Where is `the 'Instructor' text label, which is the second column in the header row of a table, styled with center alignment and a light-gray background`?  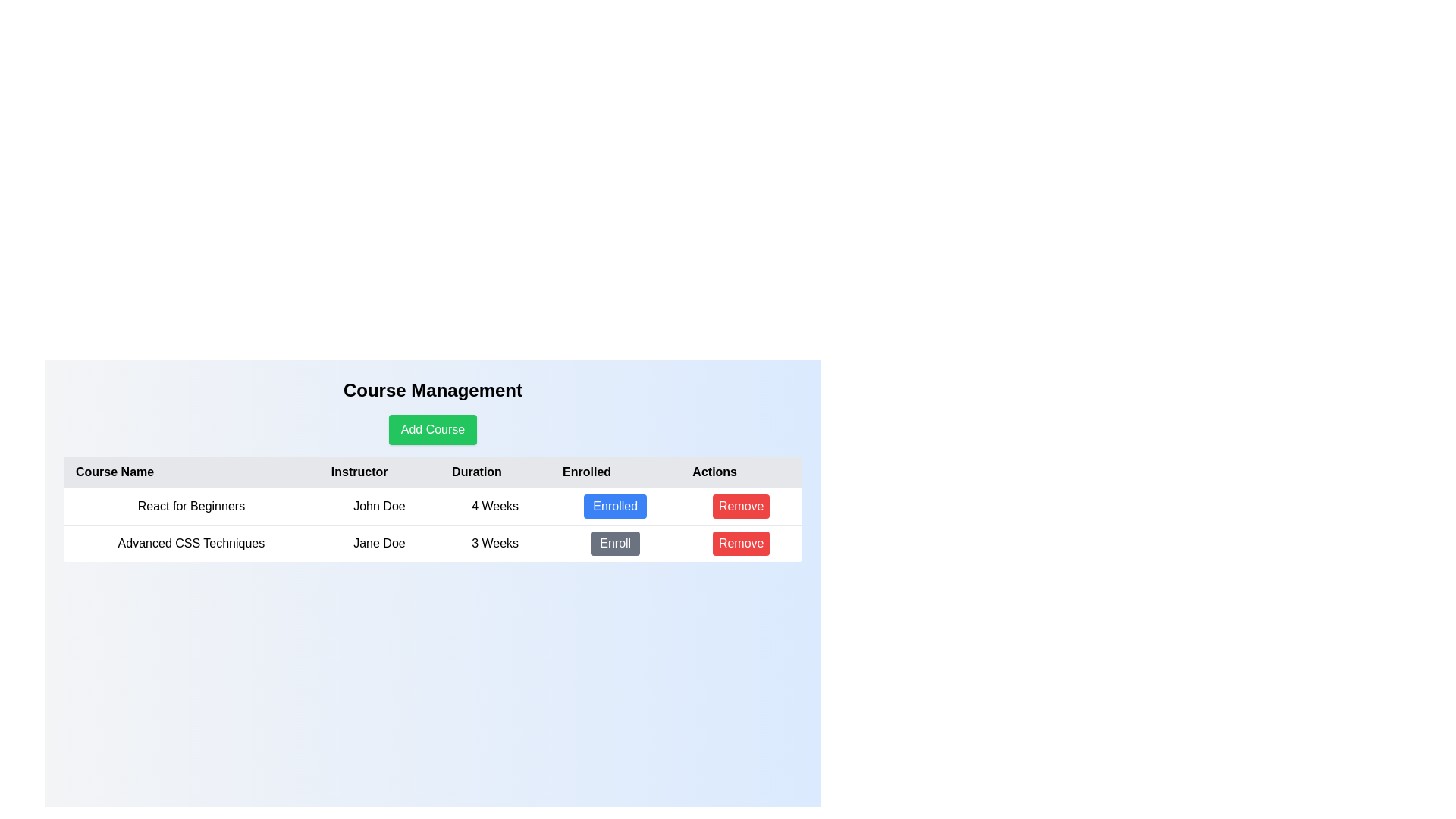
the 'Instructor' text label, which is the second column in the header row of a table, styled with center alignment and a light-gray background is located at coordinates (379, 472).